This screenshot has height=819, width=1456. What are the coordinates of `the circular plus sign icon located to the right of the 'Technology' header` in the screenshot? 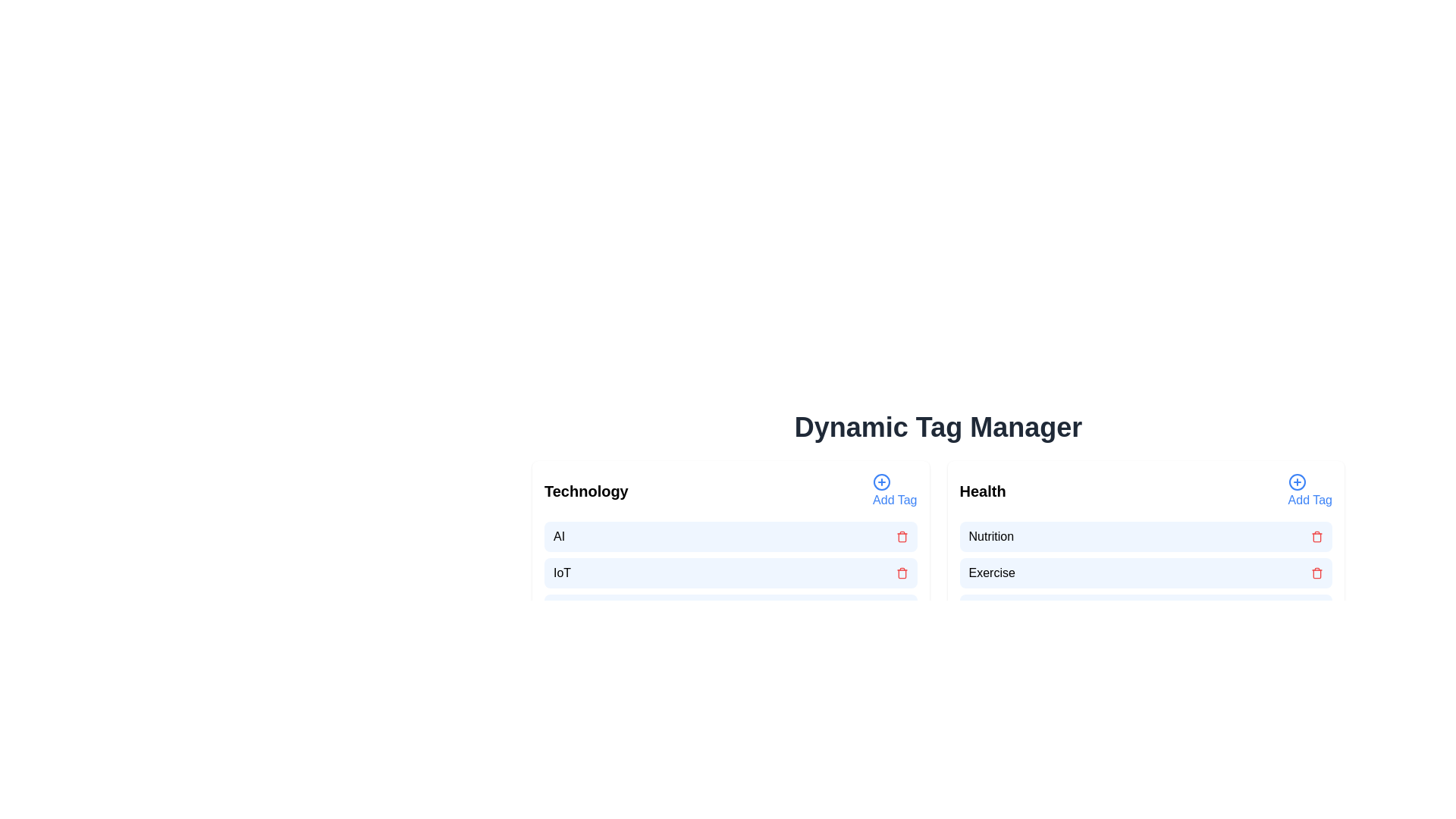 It's located at (882, 482).